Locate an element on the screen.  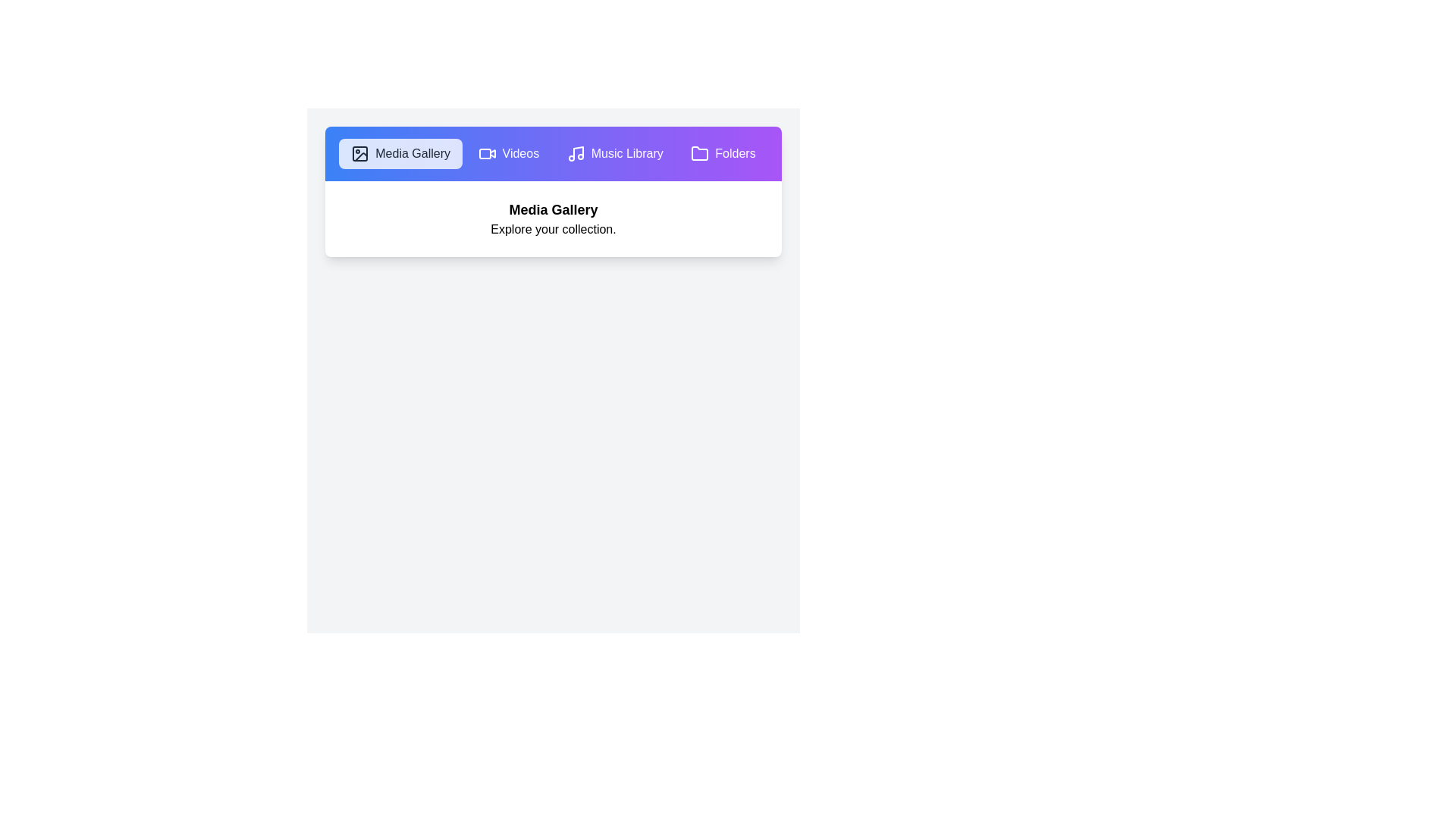
the 'Music Library' navigation button located is located at coordinates (615, 154).